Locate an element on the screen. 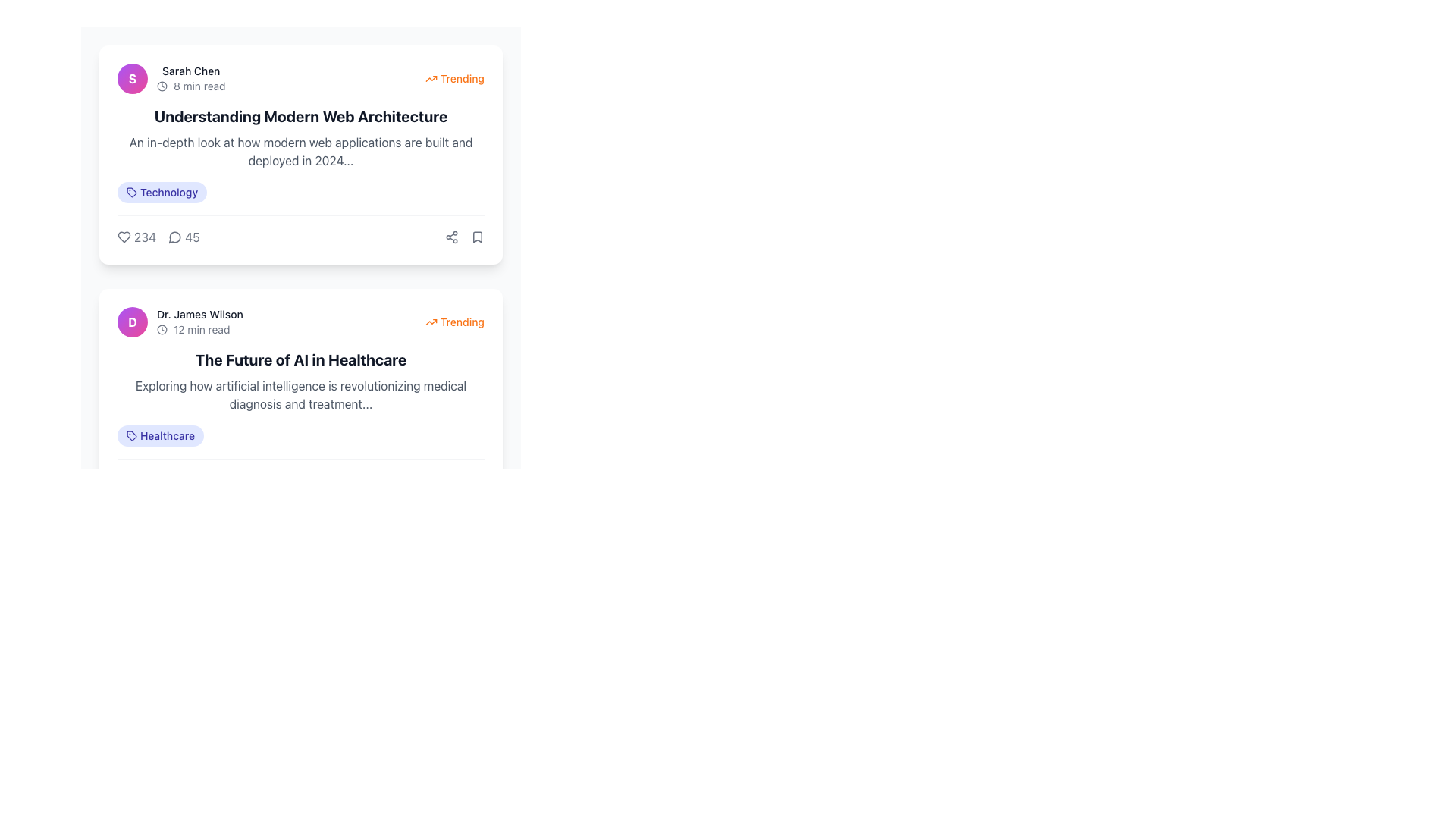  the icon positioned to the left of the 'Healthcare' label, which represents a category associated with the article titled 'The Future of AI in Healthcare' is located at coordinates (131, 435).